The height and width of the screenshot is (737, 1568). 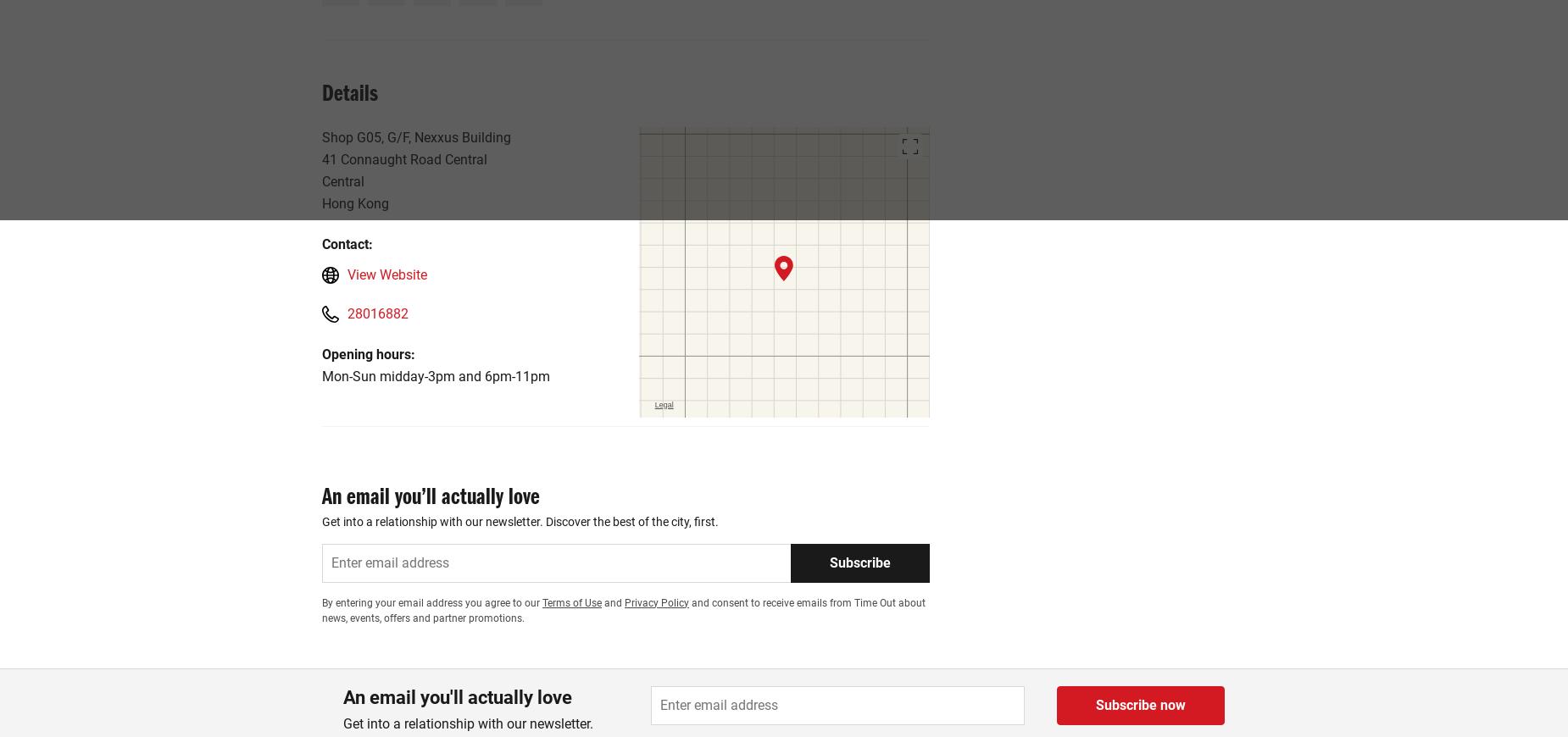 What do you see at coordinates (367, 353) in the screenshot?
I see `'Opening hours:'` at bounding box center [367, 353].